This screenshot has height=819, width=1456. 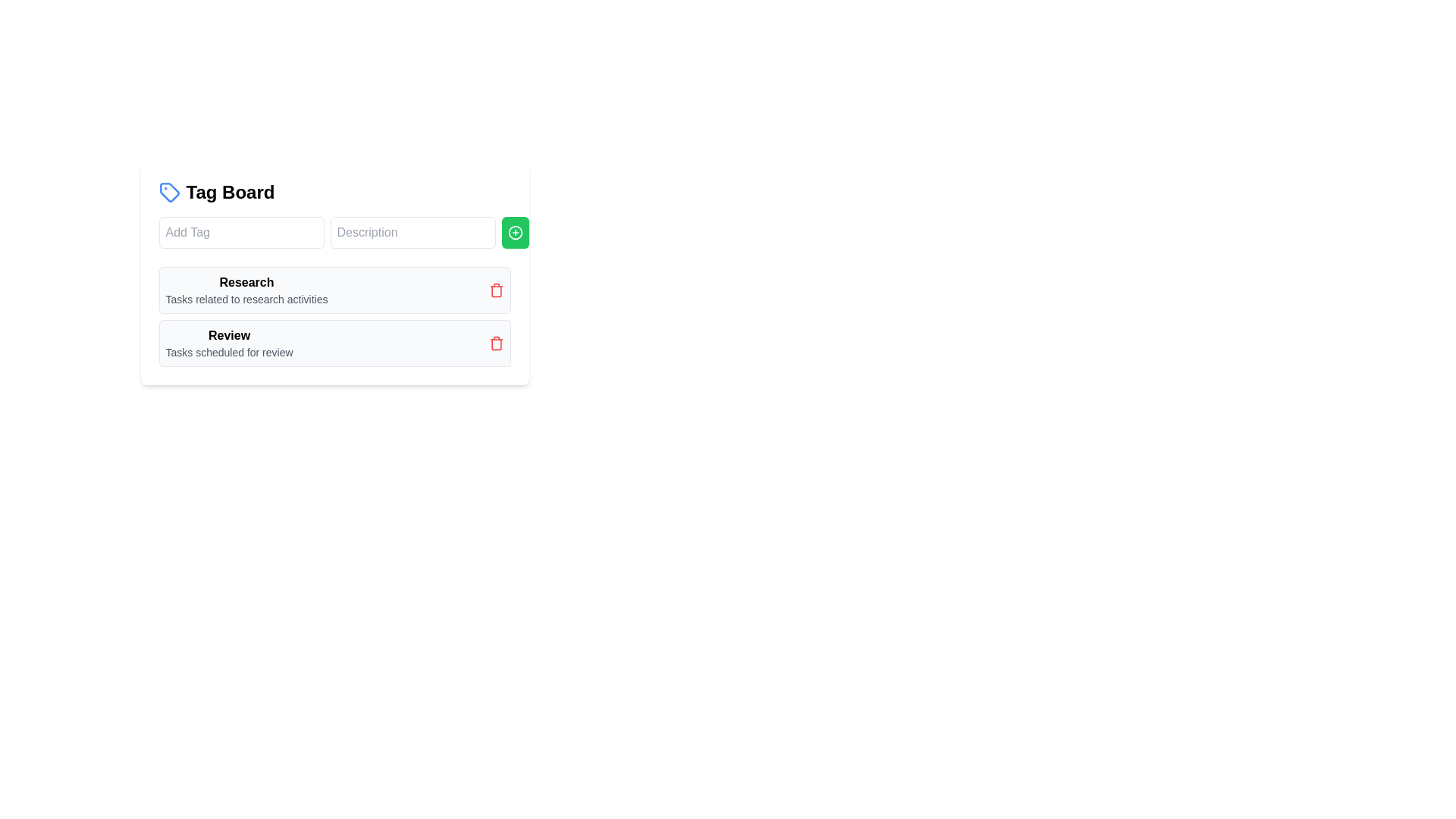 What do you see at coordinates (228, 334) in the screenshot?
I see `the 'Review' text label, which is styled prominently as a header under the 'Research' section in the 'Tag Board.'` at bounding box center [228, 334].